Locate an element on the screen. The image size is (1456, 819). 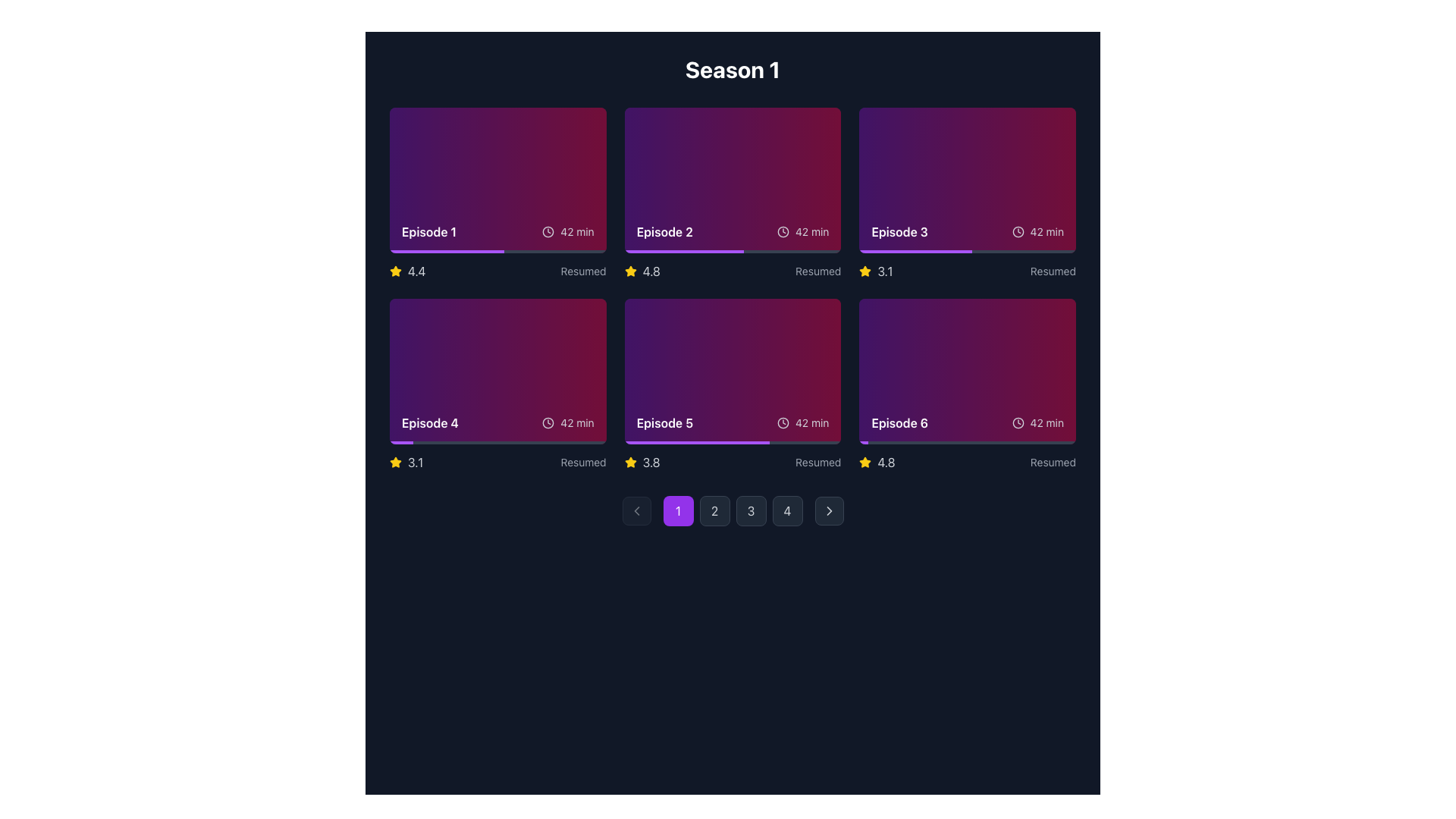
the Text Label displaying the rating '4.4', which is styled in gray and positioned near a star icon, located below the thumbnail for 'Episode 1' is located at coordinates (416, 271).